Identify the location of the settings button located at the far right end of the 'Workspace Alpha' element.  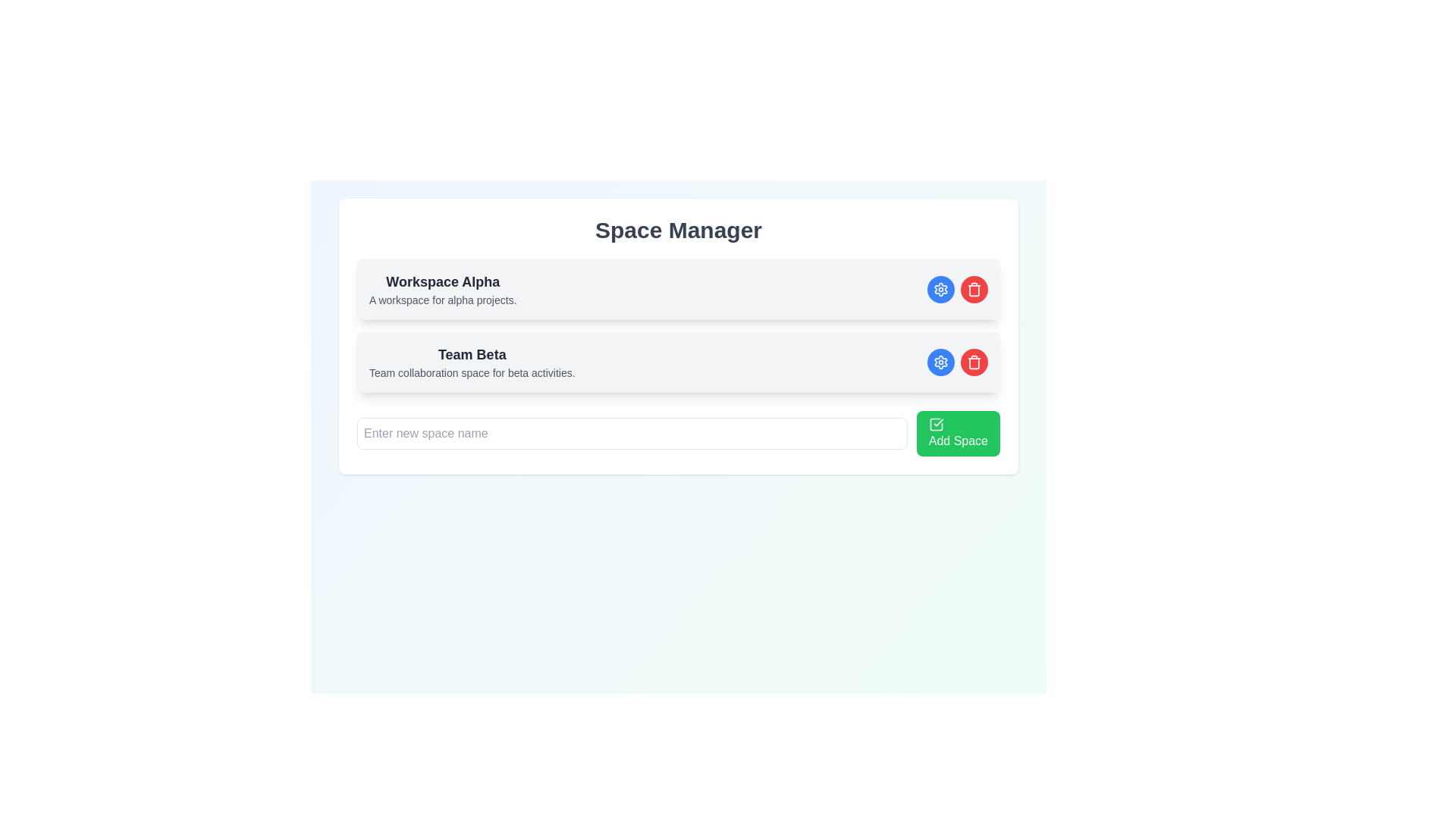
(940, 289).